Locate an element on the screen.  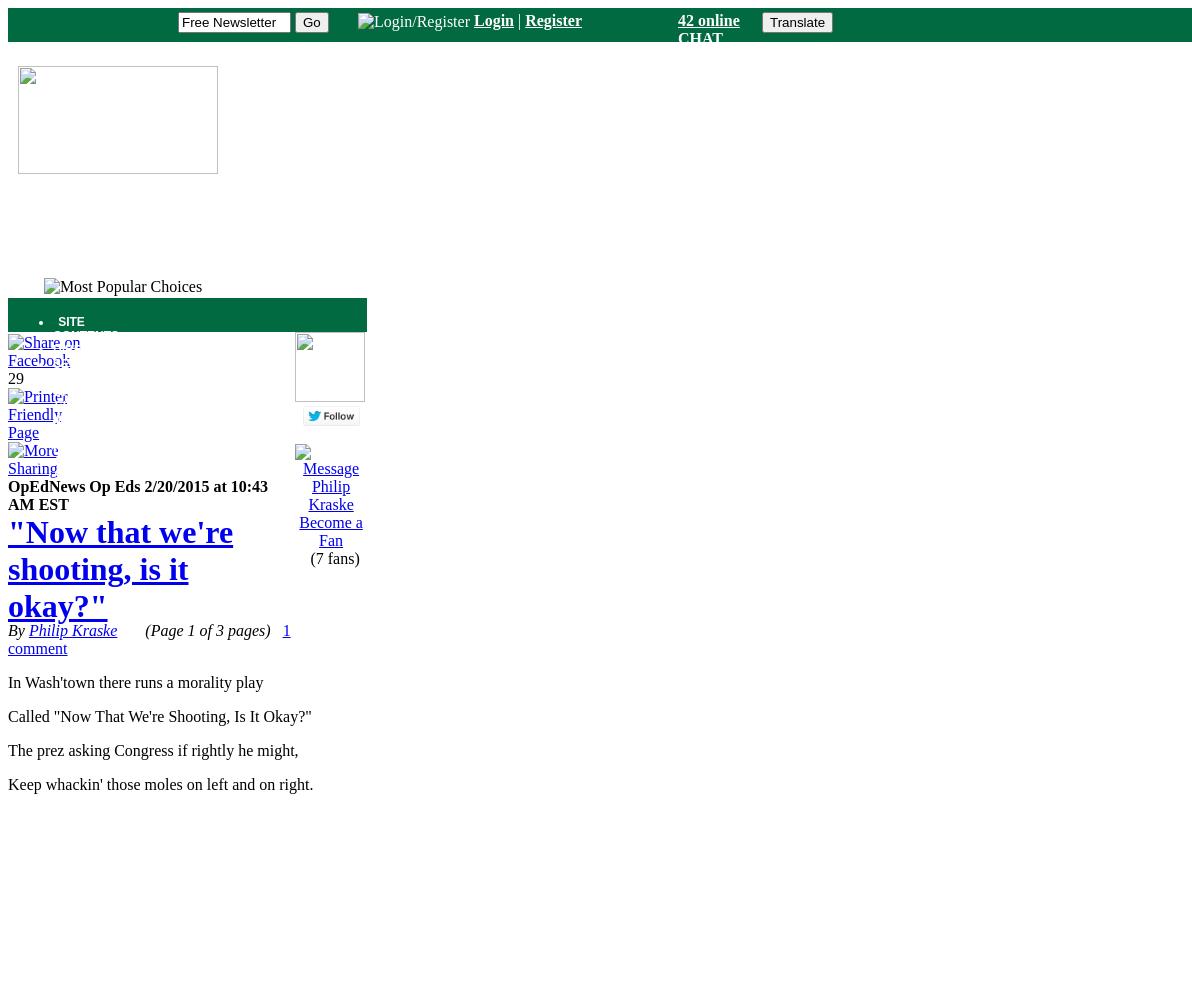
'|' is located at coordinates (519, 19).